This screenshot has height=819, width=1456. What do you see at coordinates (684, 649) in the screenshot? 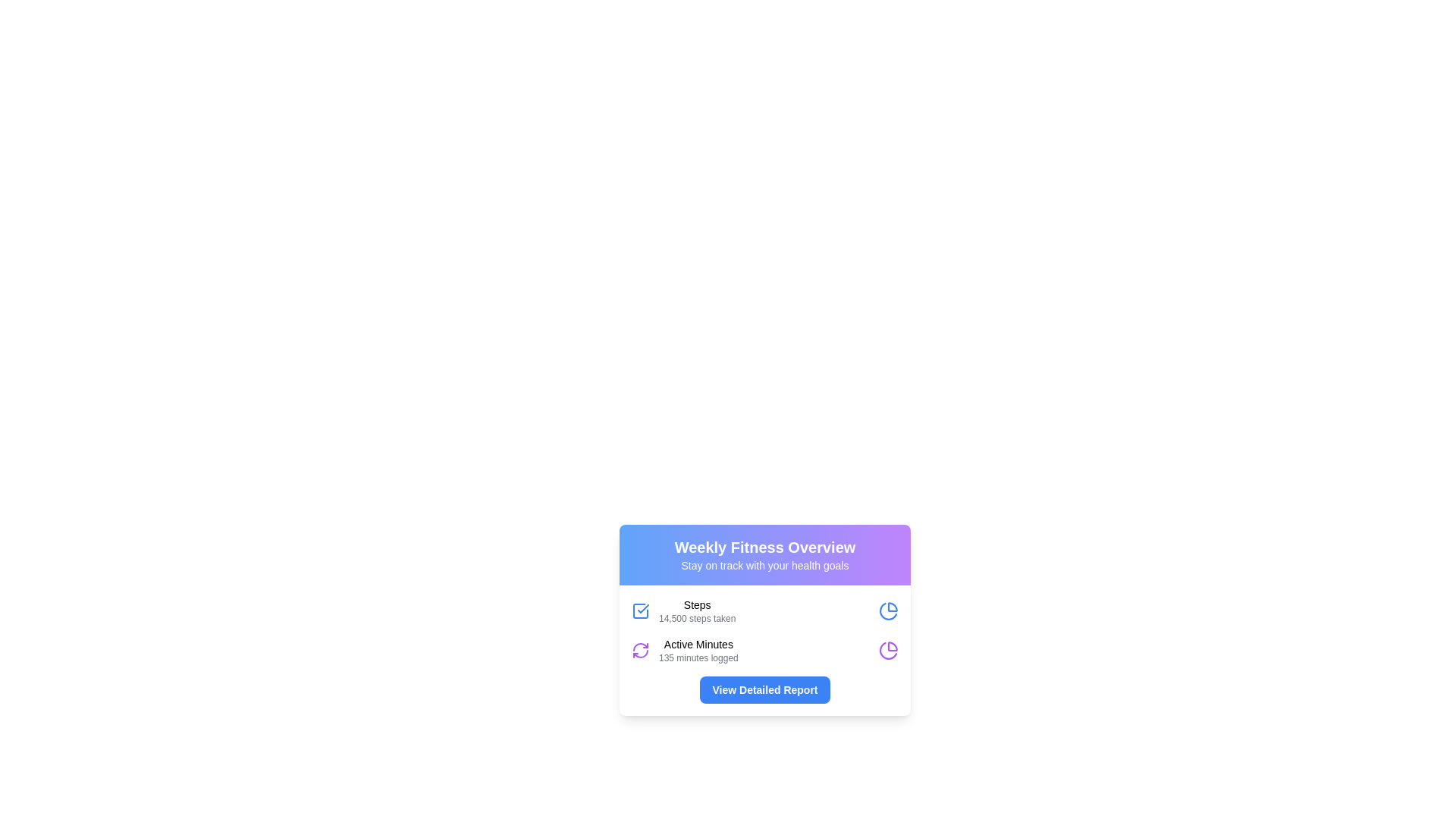
I see `the 'Active Minutes' display card element, which features a bold title and a circular purple arrow icon, located in the 'Weekly Fitness Overview' section` at bounding box center [684, 649].